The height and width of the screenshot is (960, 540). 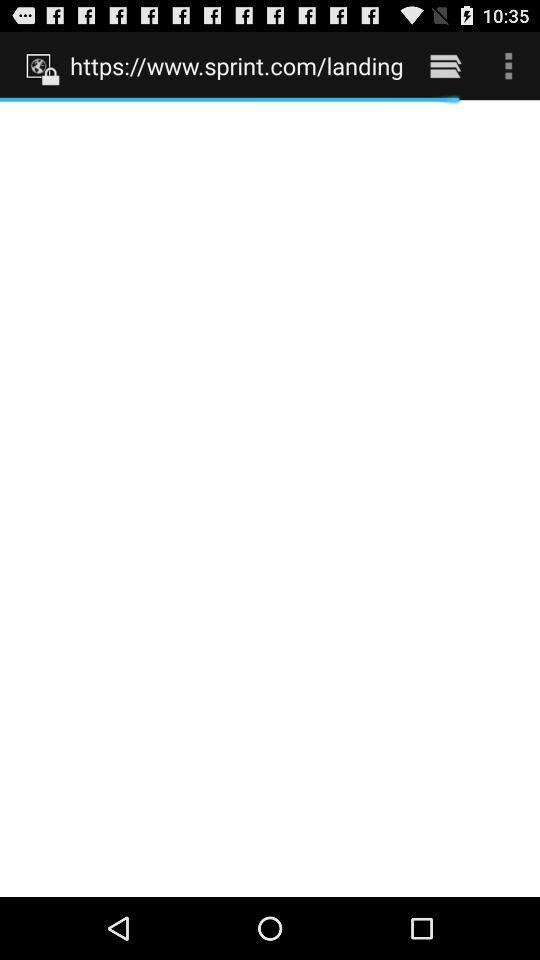 What do you see at coordinates (445, 65) in the screenshot?
I see `the item next to https www sprint item` at bounding box center [445, 65].